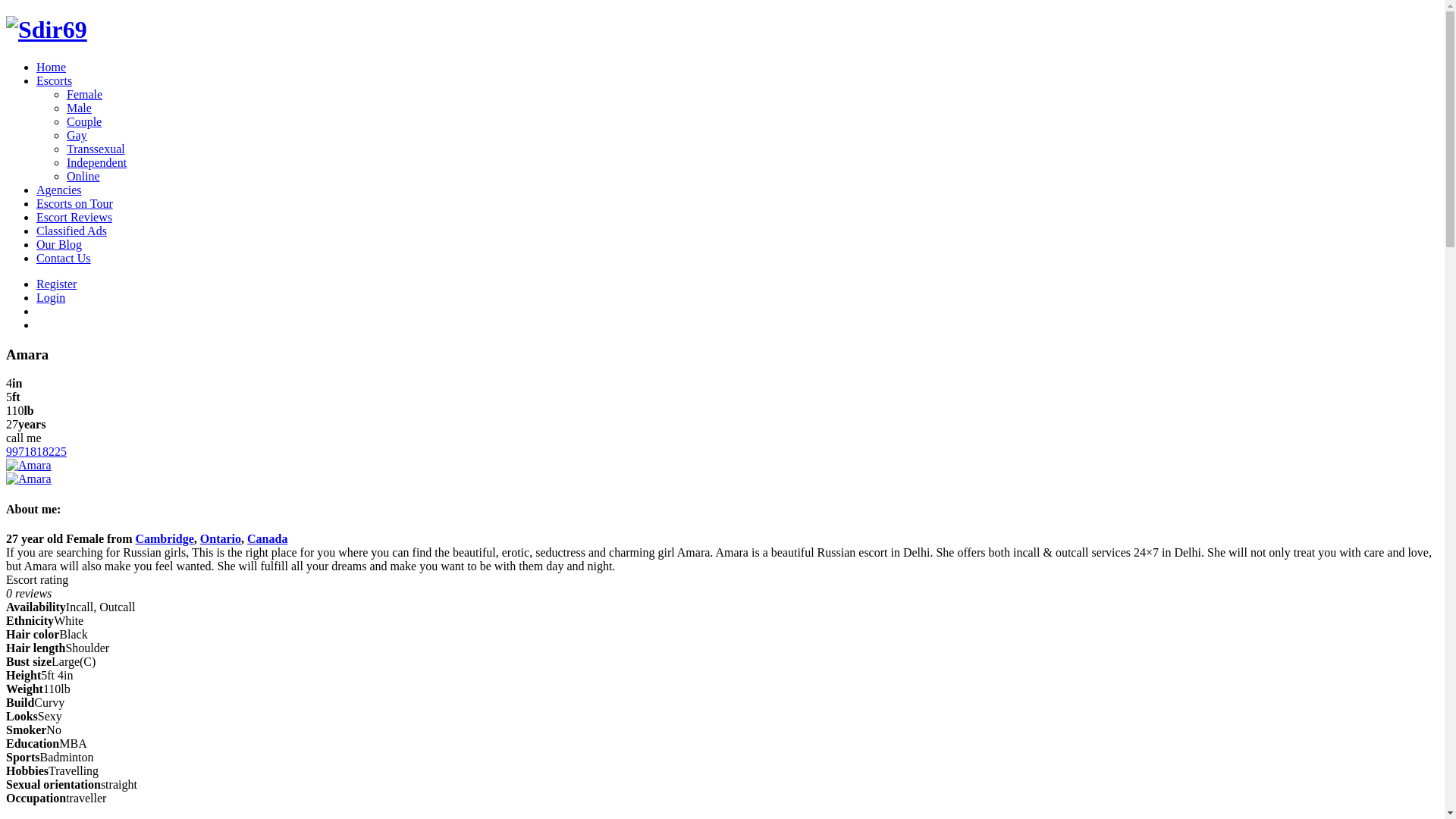 Image resolution: width=1456 pixels, height=819 pixels. Describe the element at coordinates (56, 284) in the screenshot. I see `'Register'` at that location.